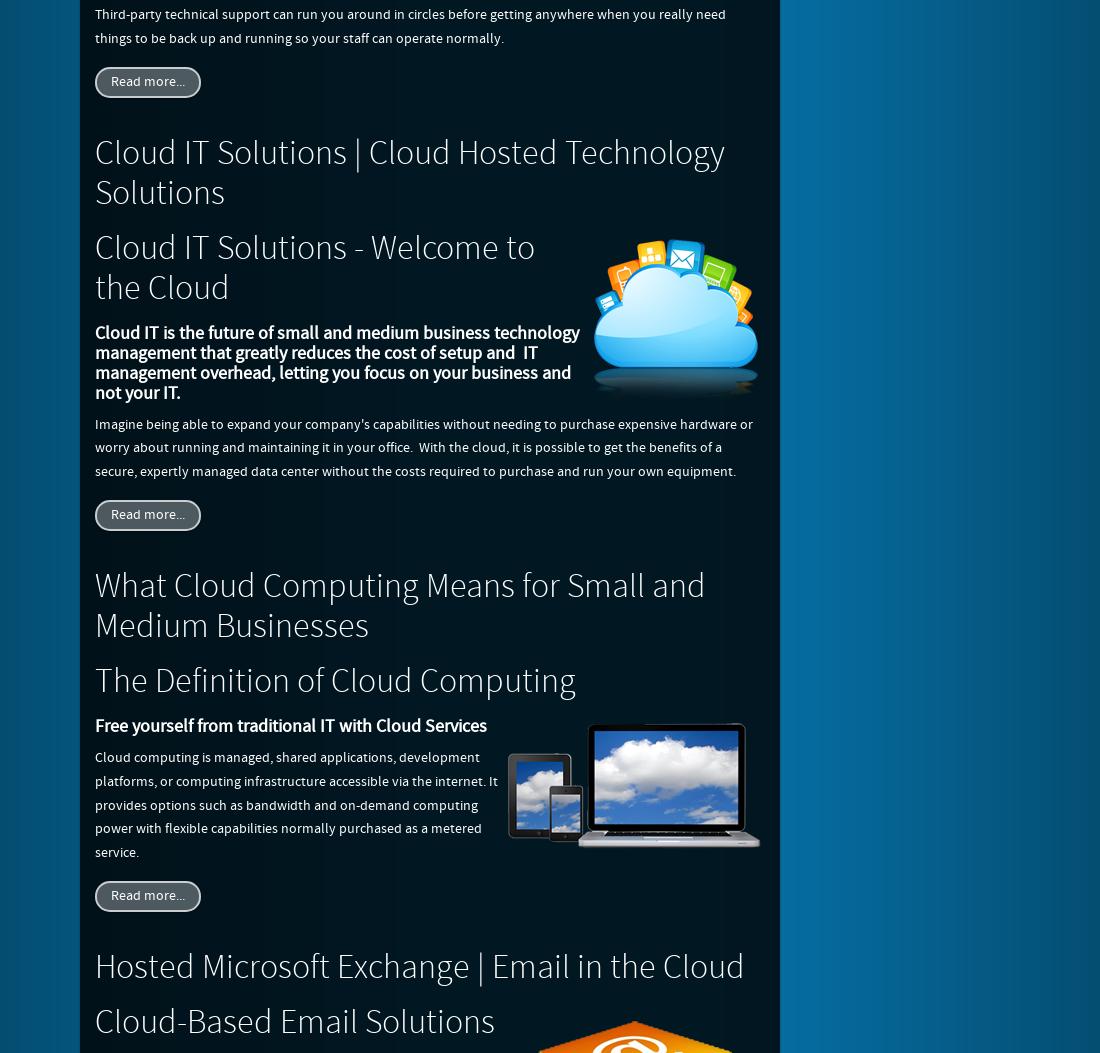  I want to click on 'The Definition of Cloud Computing', so click(95, 682).